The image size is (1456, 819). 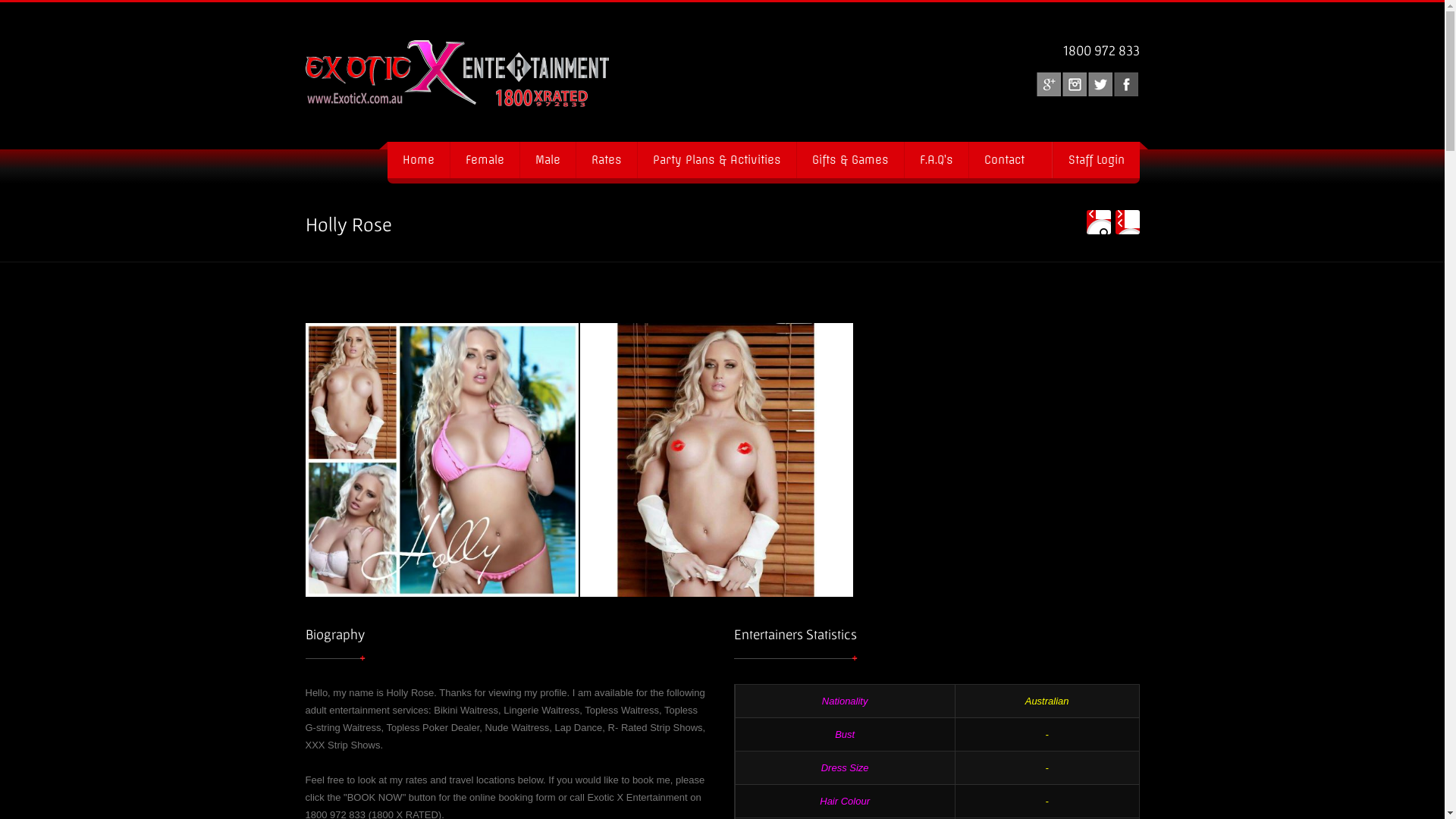 What do you see at coordinates (418, 160) in the screenshot?
I see `'Home'` at bounding box center [418, 160].